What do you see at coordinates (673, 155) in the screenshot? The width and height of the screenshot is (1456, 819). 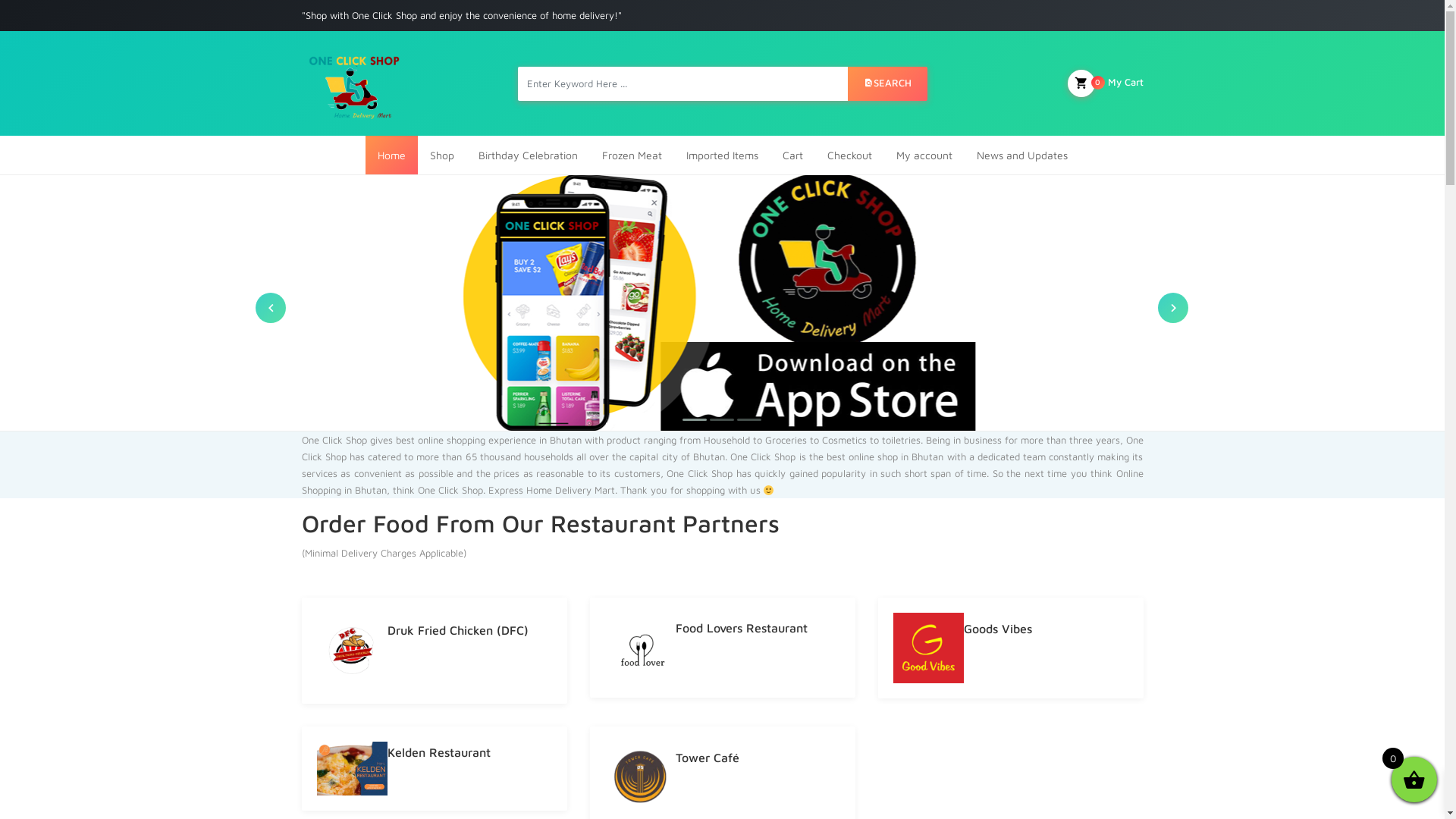 I see `'Imported Items'` at bounding box center [673, 155].